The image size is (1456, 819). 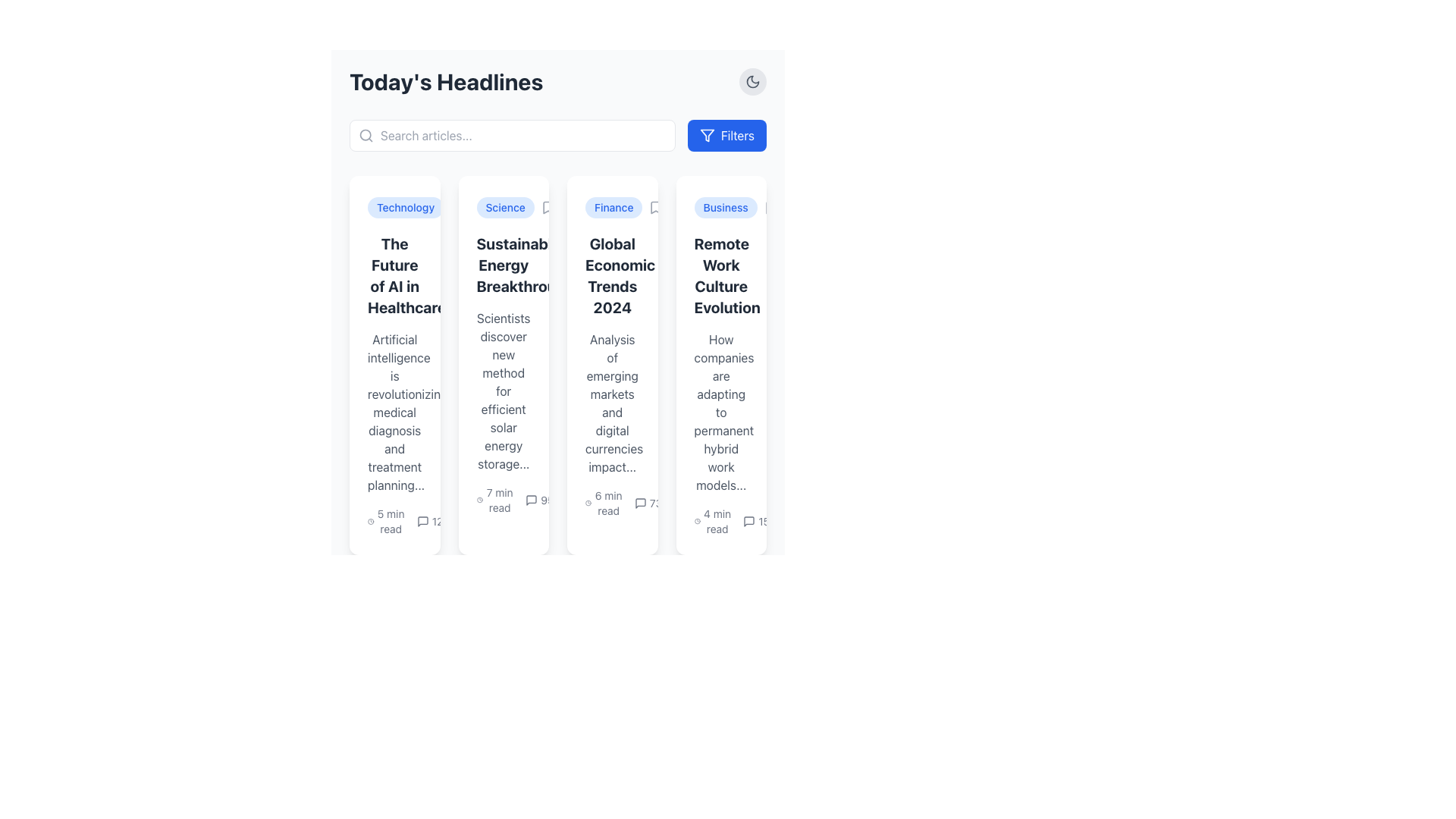 What do you see at coordinates (394, 275) in the screenshot?
I see `the headline text labeled 'The Future of AI in Healthcare', which is styled in bold font and located beneath the 'Technology' label in a vertically-aligned list of articles` at bounding box center [394, 275].